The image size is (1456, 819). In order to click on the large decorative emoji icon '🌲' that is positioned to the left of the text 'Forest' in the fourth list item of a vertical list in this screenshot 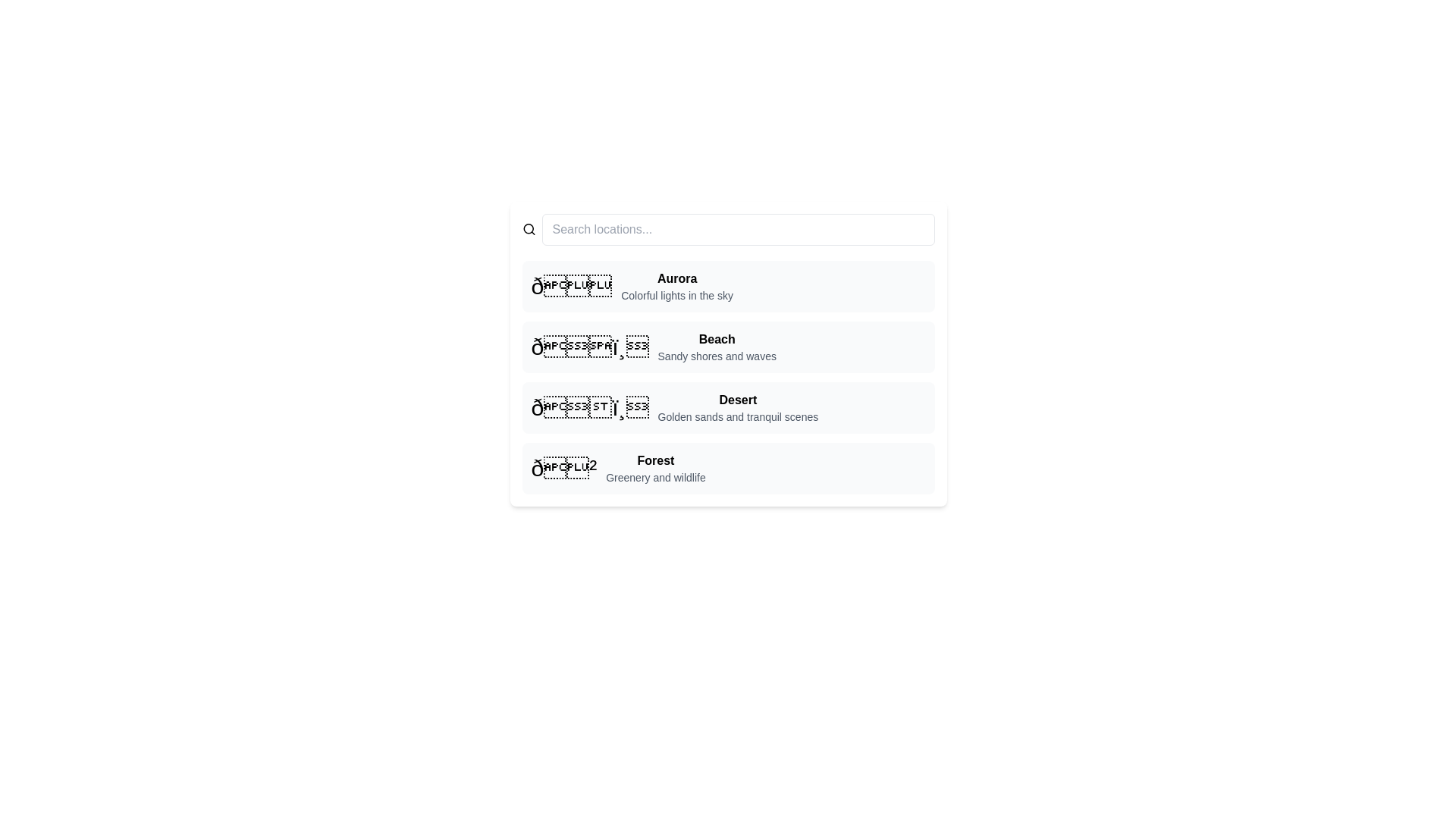, I will do `click(563, 467)`.